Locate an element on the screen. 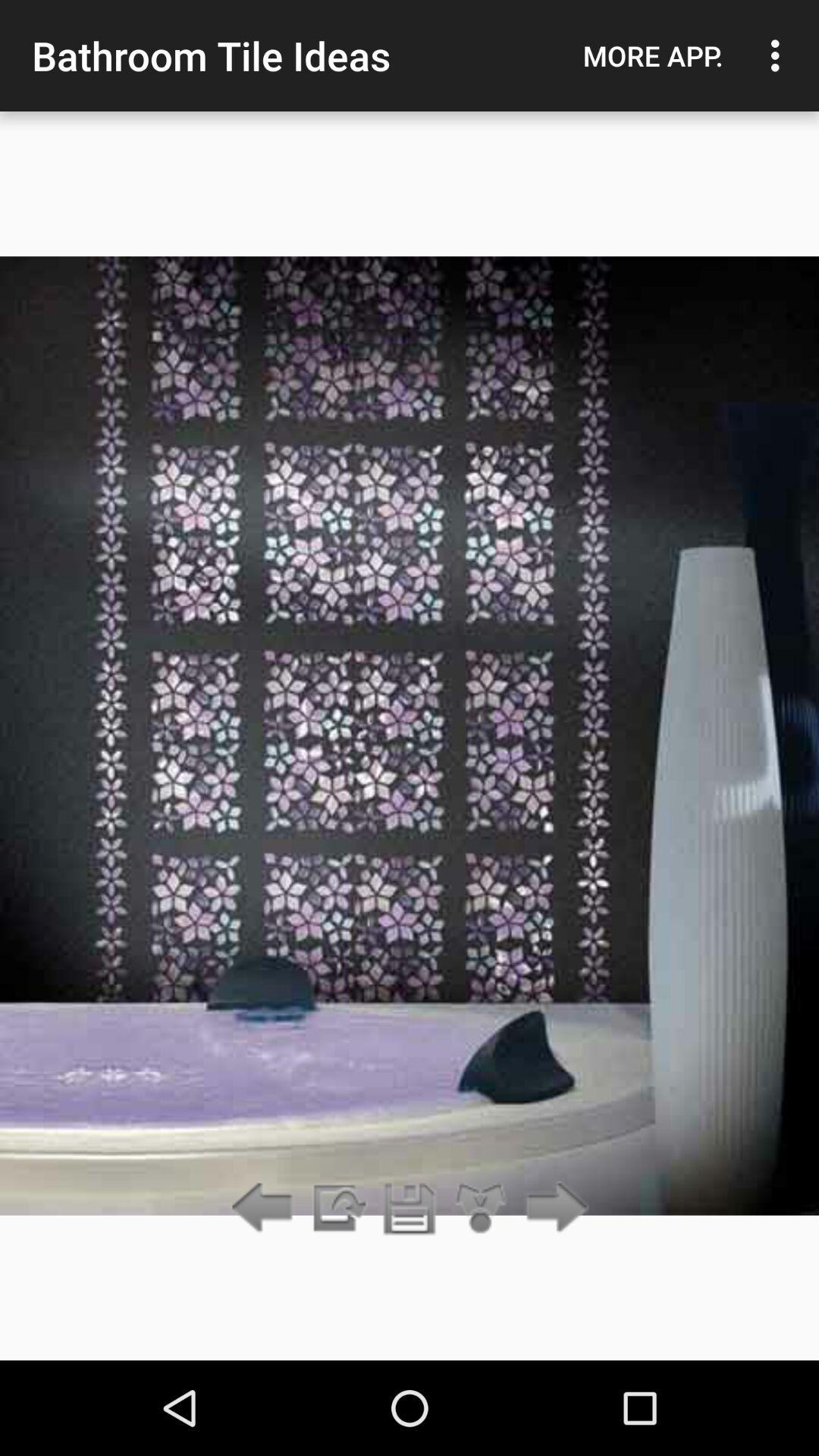  the more app. icon is located at coordinates (652, 55).